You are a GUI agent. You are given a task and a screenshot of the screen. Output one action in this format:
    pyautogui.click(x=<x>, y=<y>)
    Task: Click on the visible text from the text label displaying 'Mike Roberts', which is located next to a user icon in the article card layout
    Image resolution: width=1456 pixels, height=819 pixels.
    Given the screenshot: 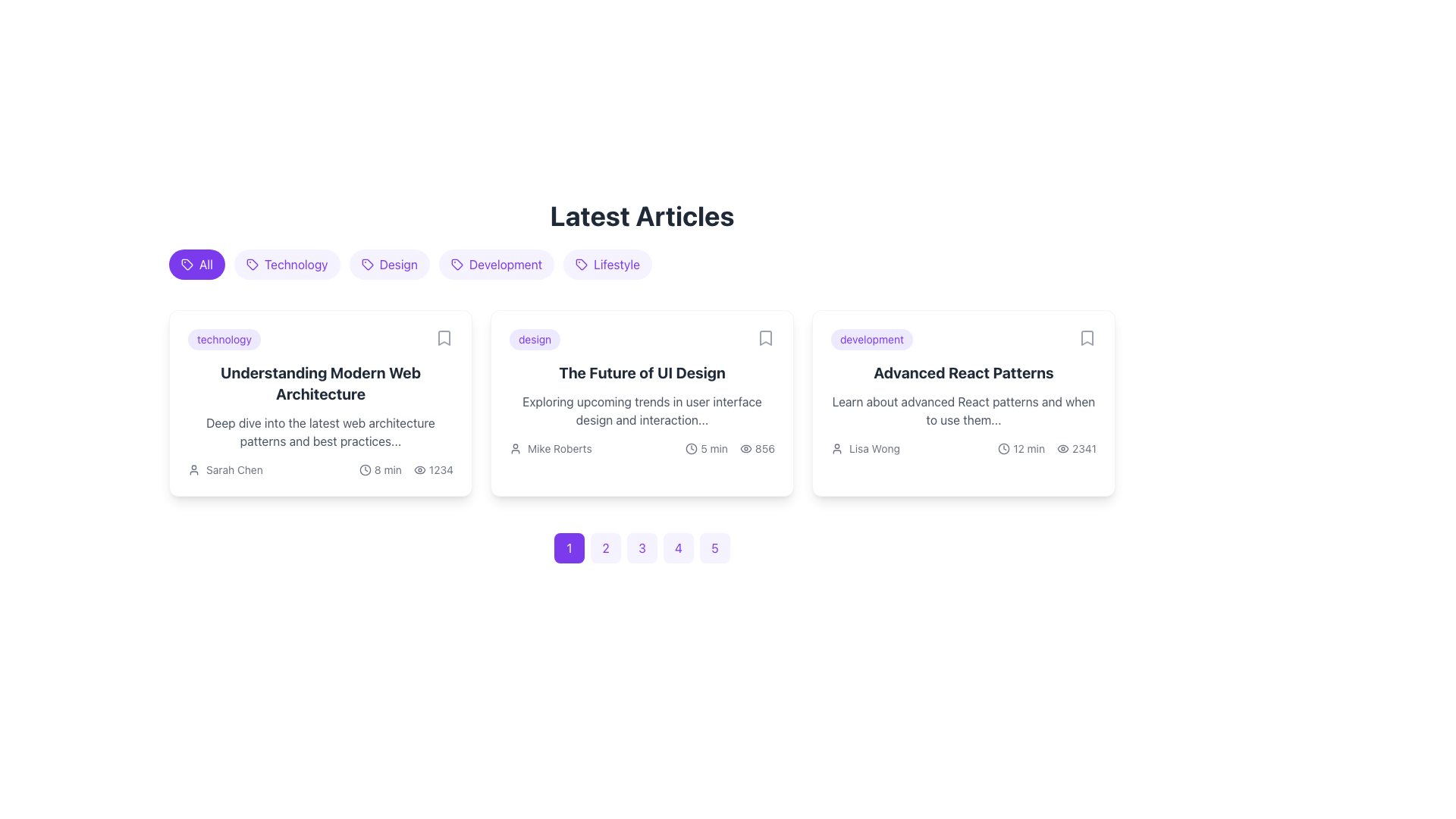 What is the action you would take?
    pyautogui.click(x=559, y=447)
    